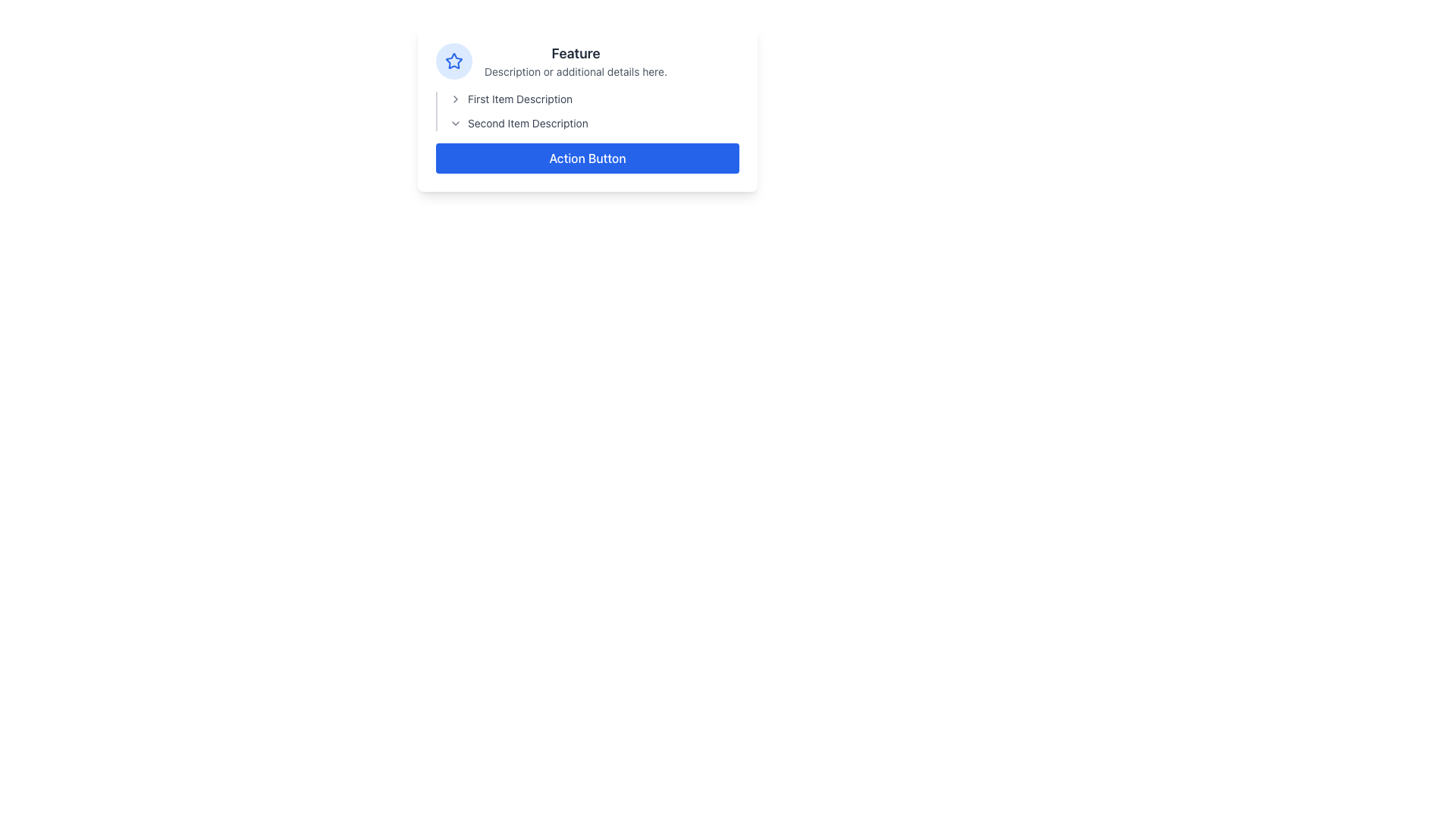 This screenshot has width=1456, height=819. I want to click on the downward-facing chevron icon associated with the 'Second Item Description' to trigger potential visual feedback, so click(454, 122).